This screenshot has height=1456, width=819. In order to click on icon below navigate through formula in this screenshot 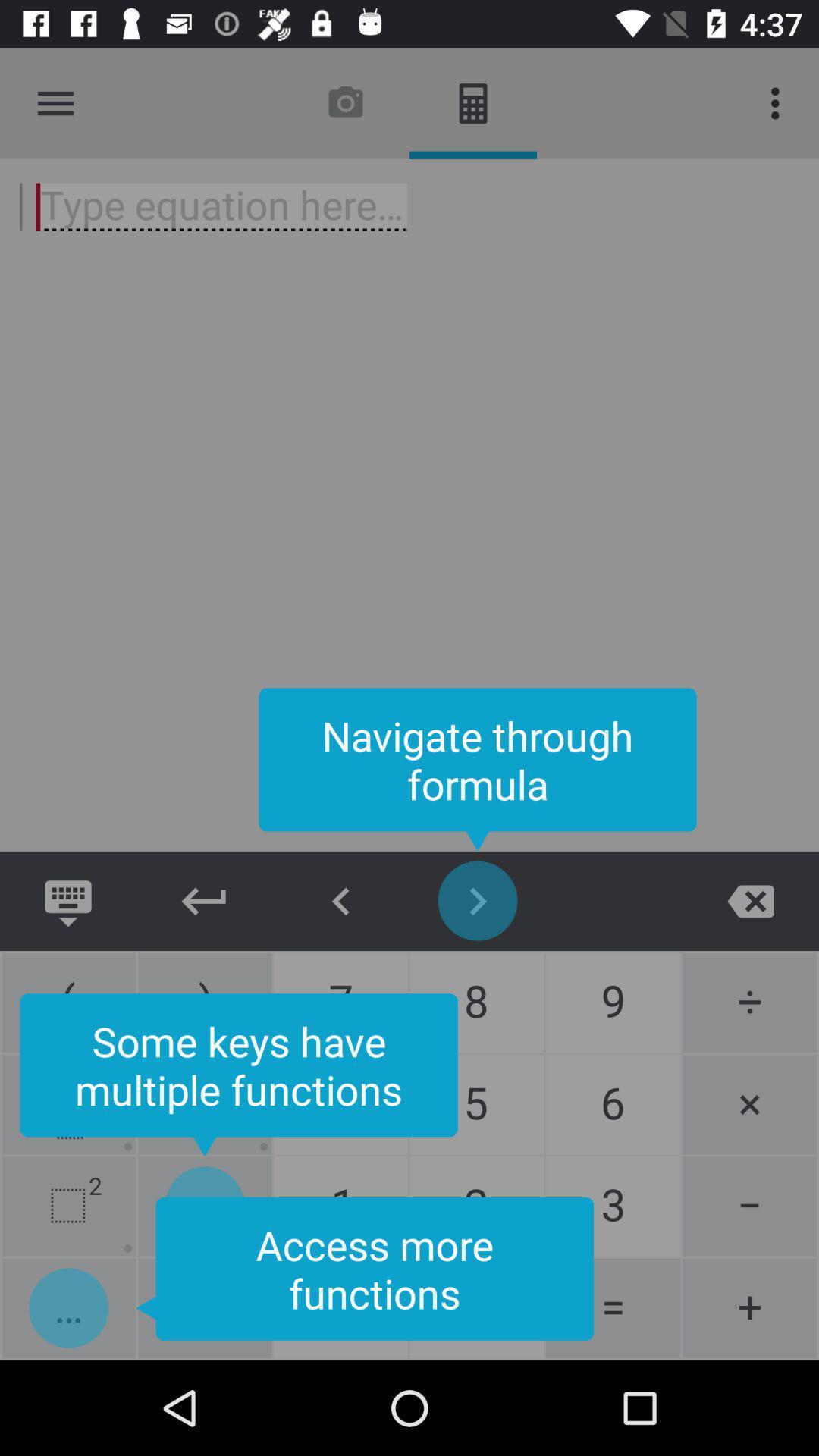, I will do `click(476, 901)`.